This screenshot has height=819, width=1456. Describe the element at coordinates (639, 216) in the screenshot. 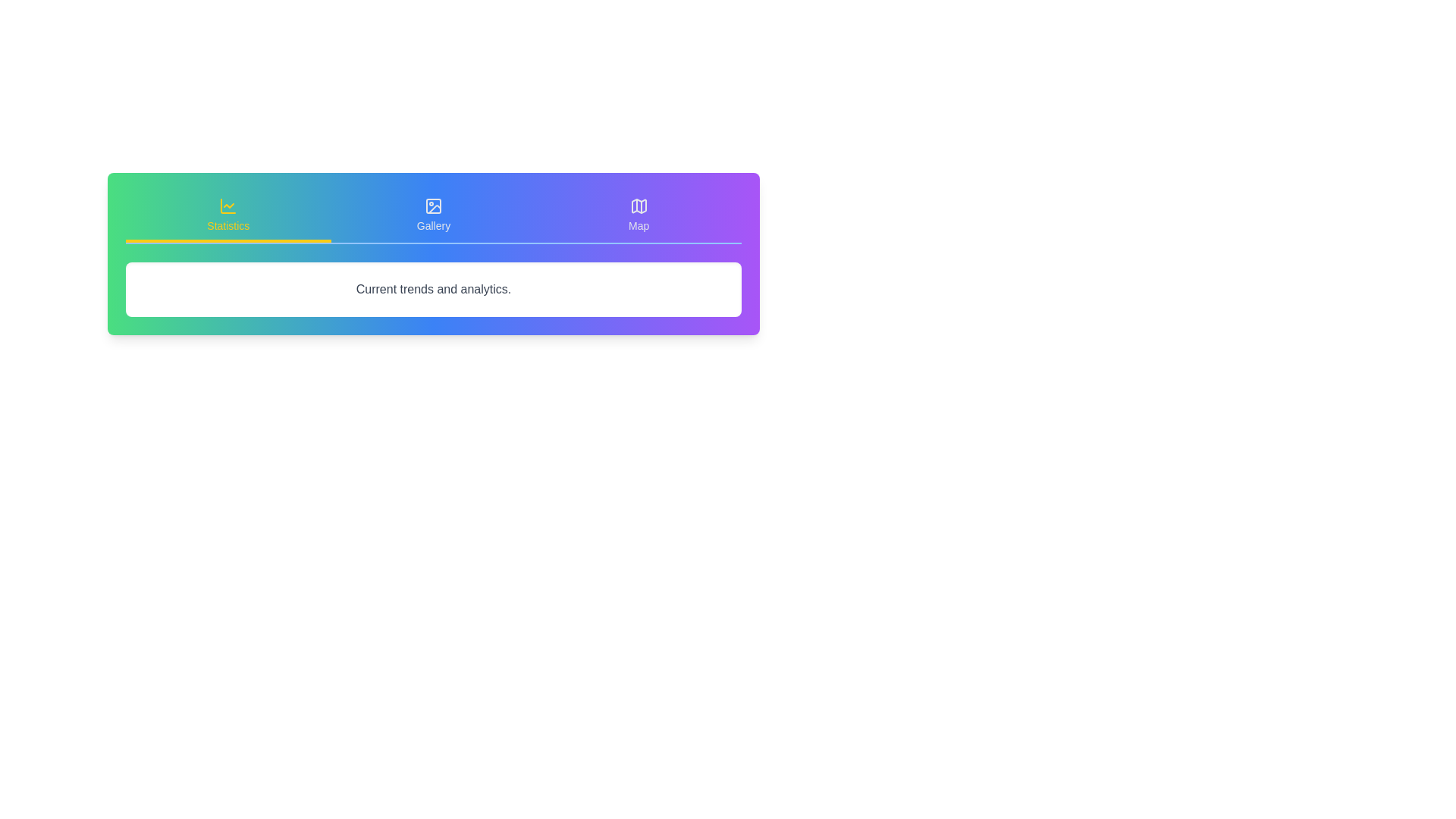

I see `the Map tab to view its content` at that location.